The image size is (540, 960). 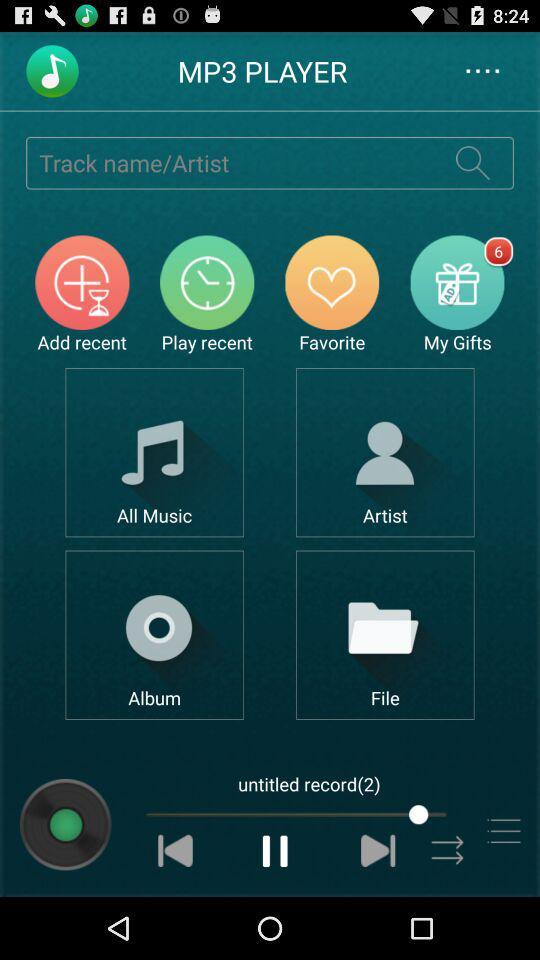 I want to click on show all music, so click(x=153, y=452).